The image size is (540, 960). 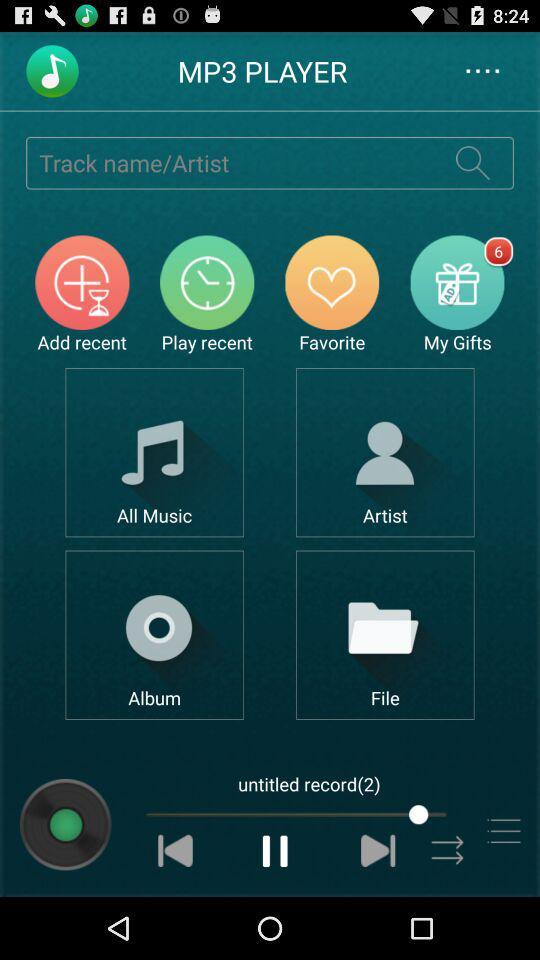 I want to click on show all music, so click(x=153, y=452).